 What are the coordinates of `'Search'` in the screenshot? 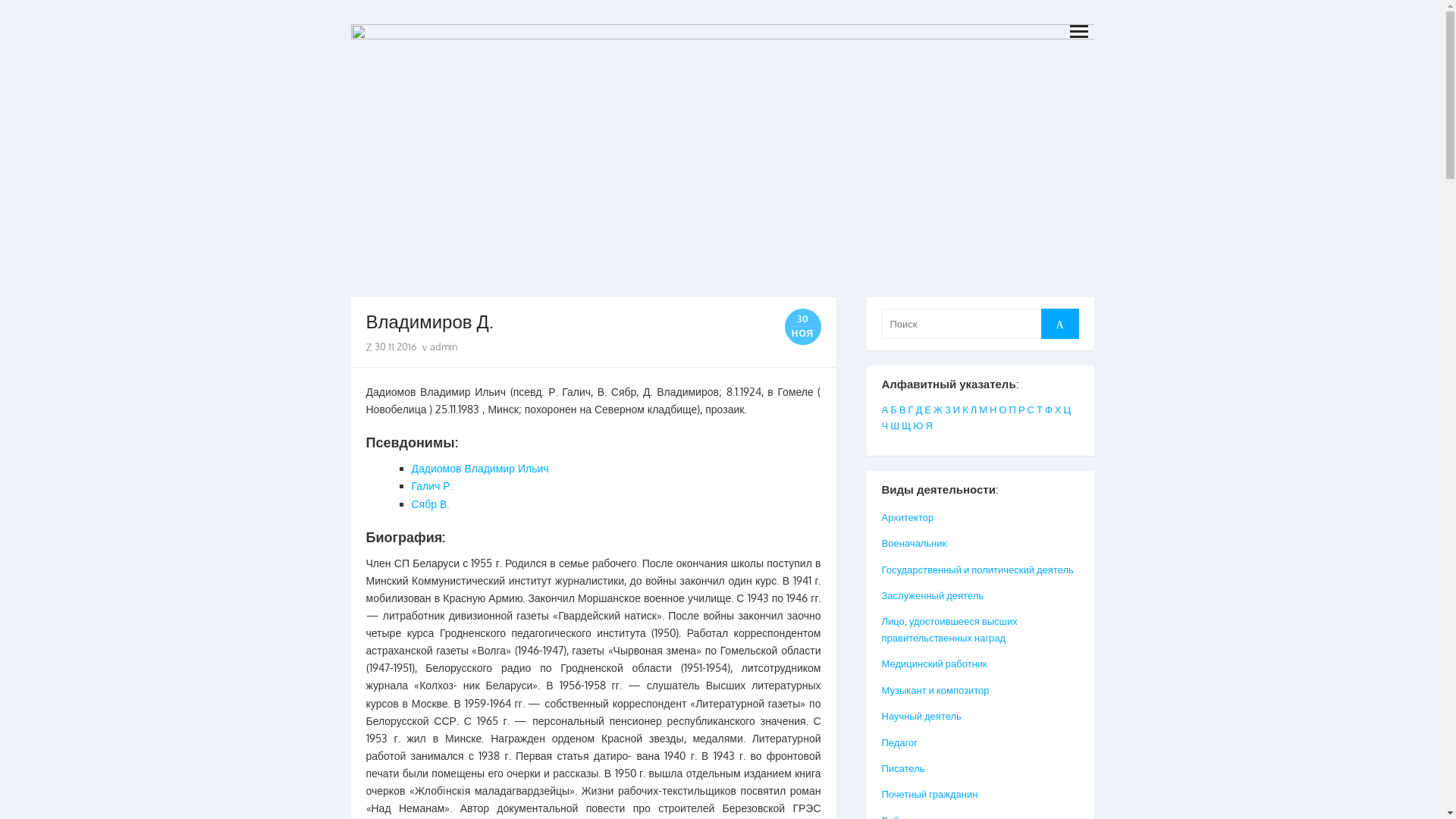 It's located at (1058, 323).